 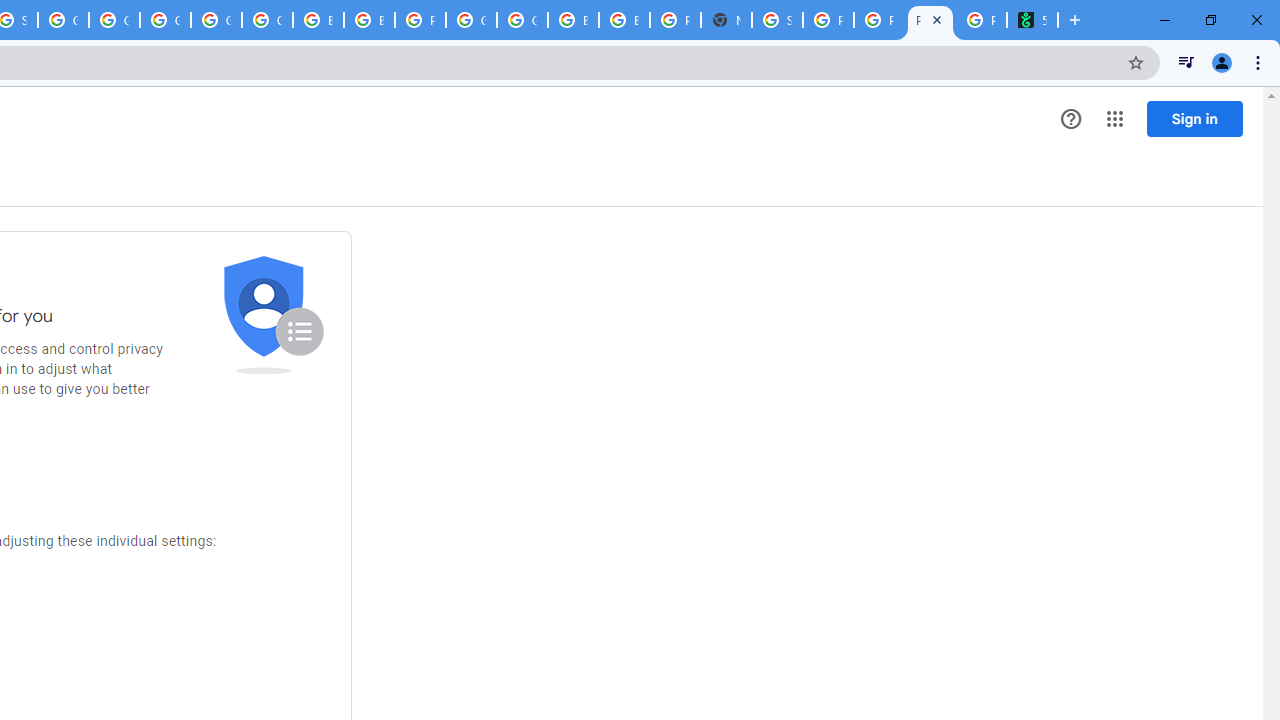 I want to click on 'Sign in - Google Accounts', so click(x=775, y=20).